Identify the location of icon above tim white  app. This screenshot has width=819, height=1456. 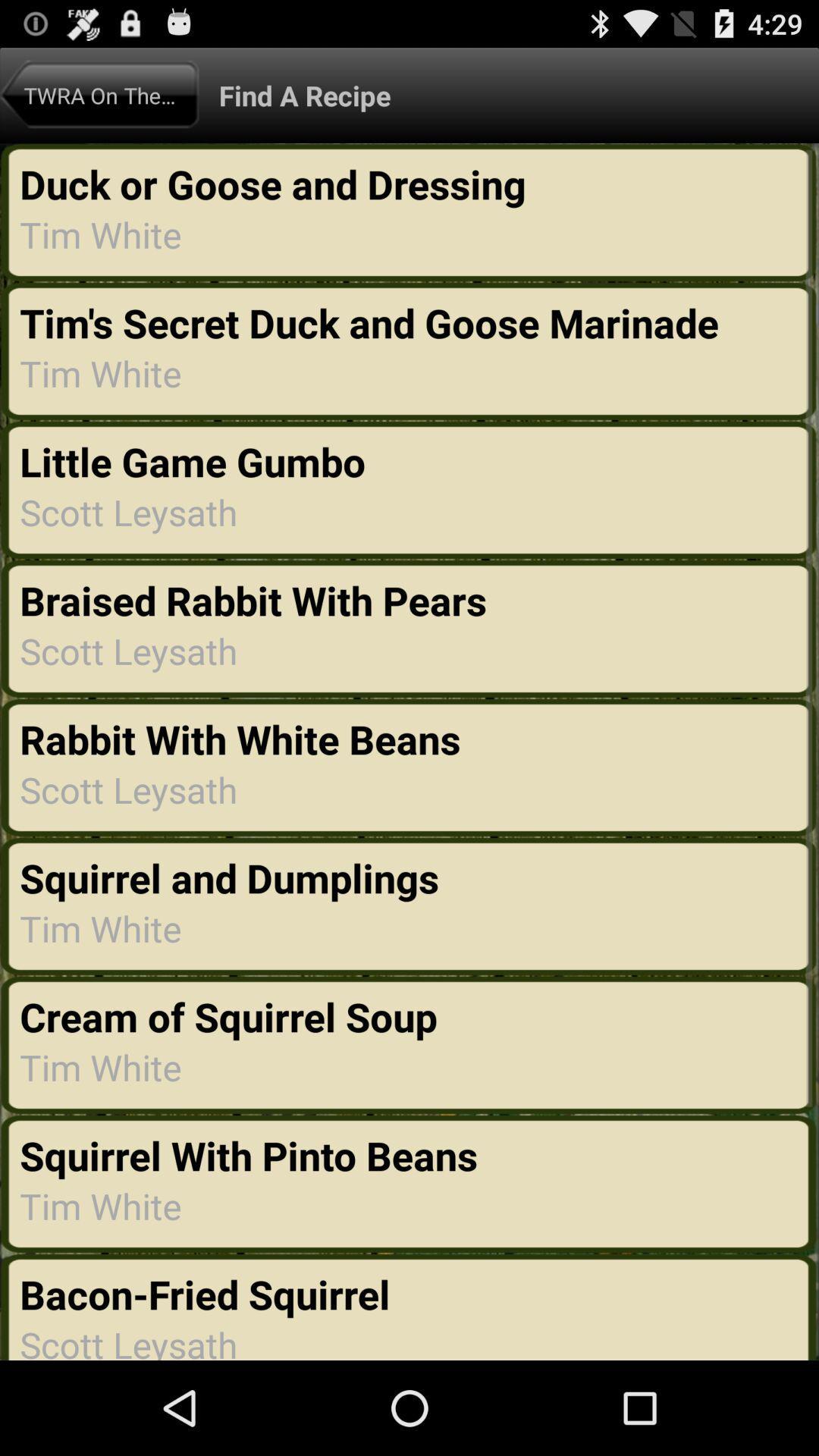
(374, 322).